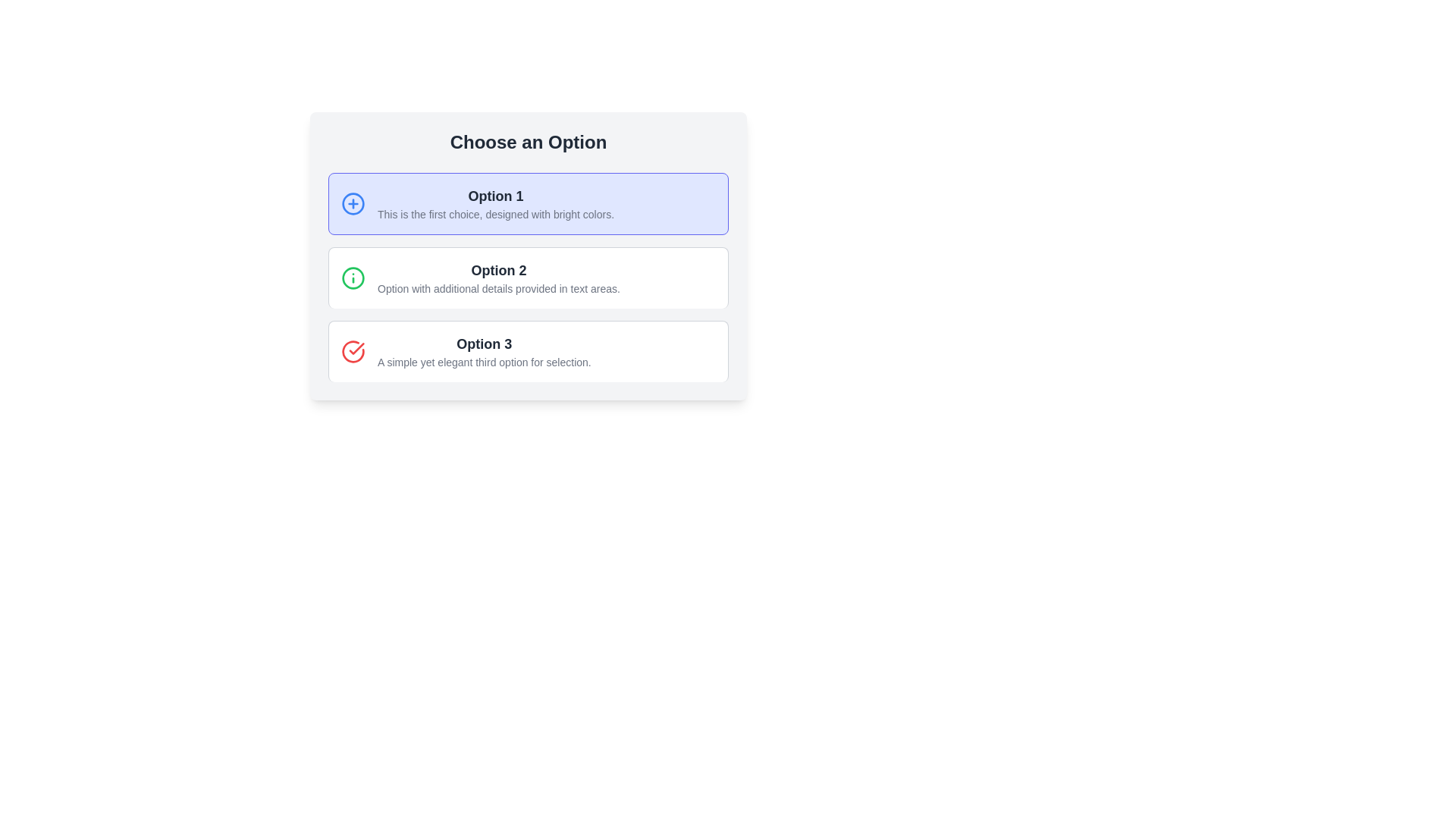 The height and width of the screenshot is (819, 1456). What do you see at coordinates (352, 278) in the screenshot?
I see `outer circular boundary of the SVG element with a green stroke located next to 'Option 2' in the selection list` at bounding box center [352, 278].